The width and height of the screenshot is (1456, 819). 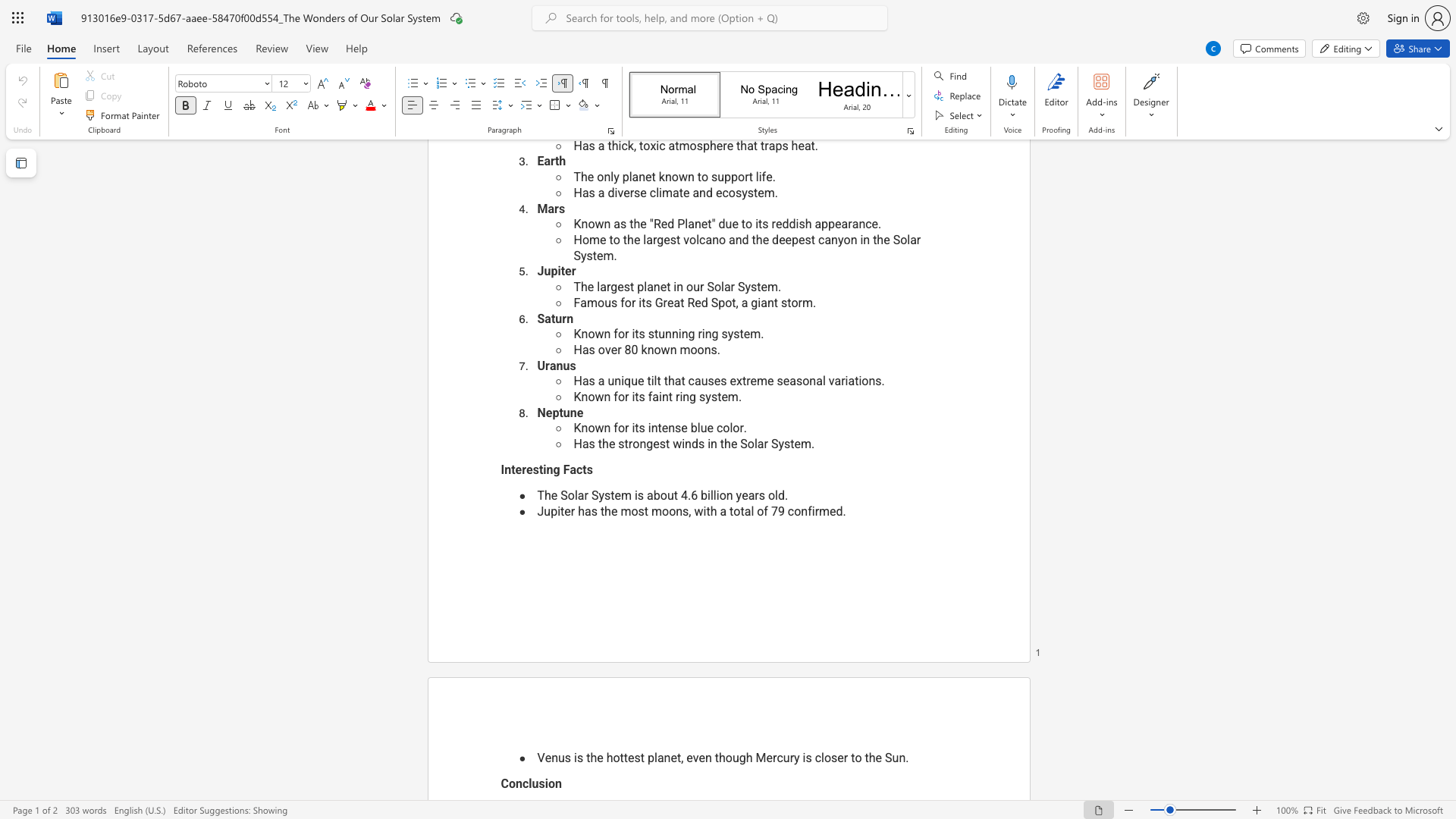 What do you see at coordinates (550, 495) in the screenshot?
I see `the subset text "e Solar System" within the text "The Solar System is about 4.6 billion years old."` at bounding box center [550, 495].